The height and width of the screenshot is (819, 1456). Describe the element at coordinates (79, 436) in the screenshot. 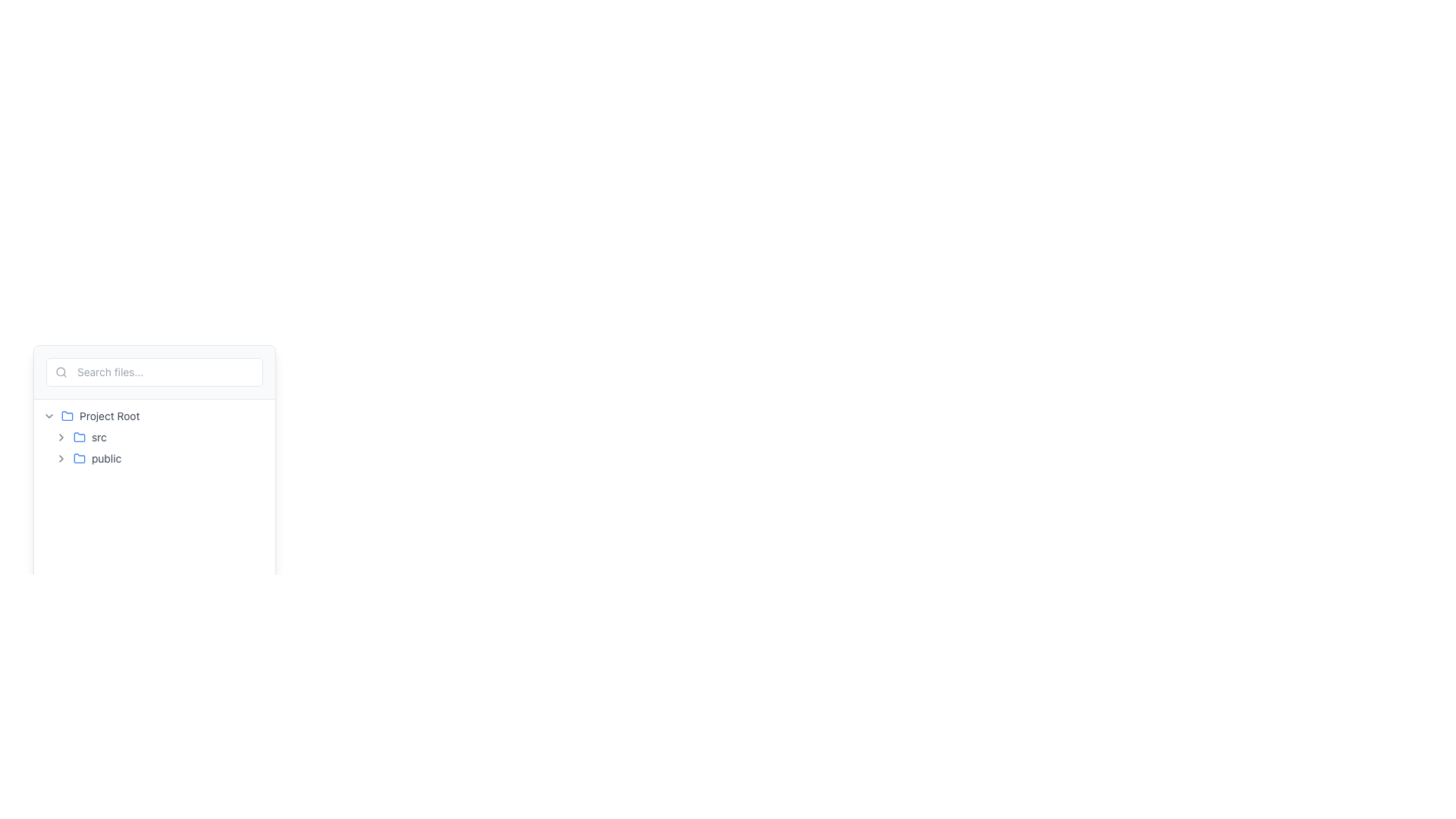

I see `the small blue folder icon representing the 'src' directory in the file tree, located in the left panel of the interface` at that location.